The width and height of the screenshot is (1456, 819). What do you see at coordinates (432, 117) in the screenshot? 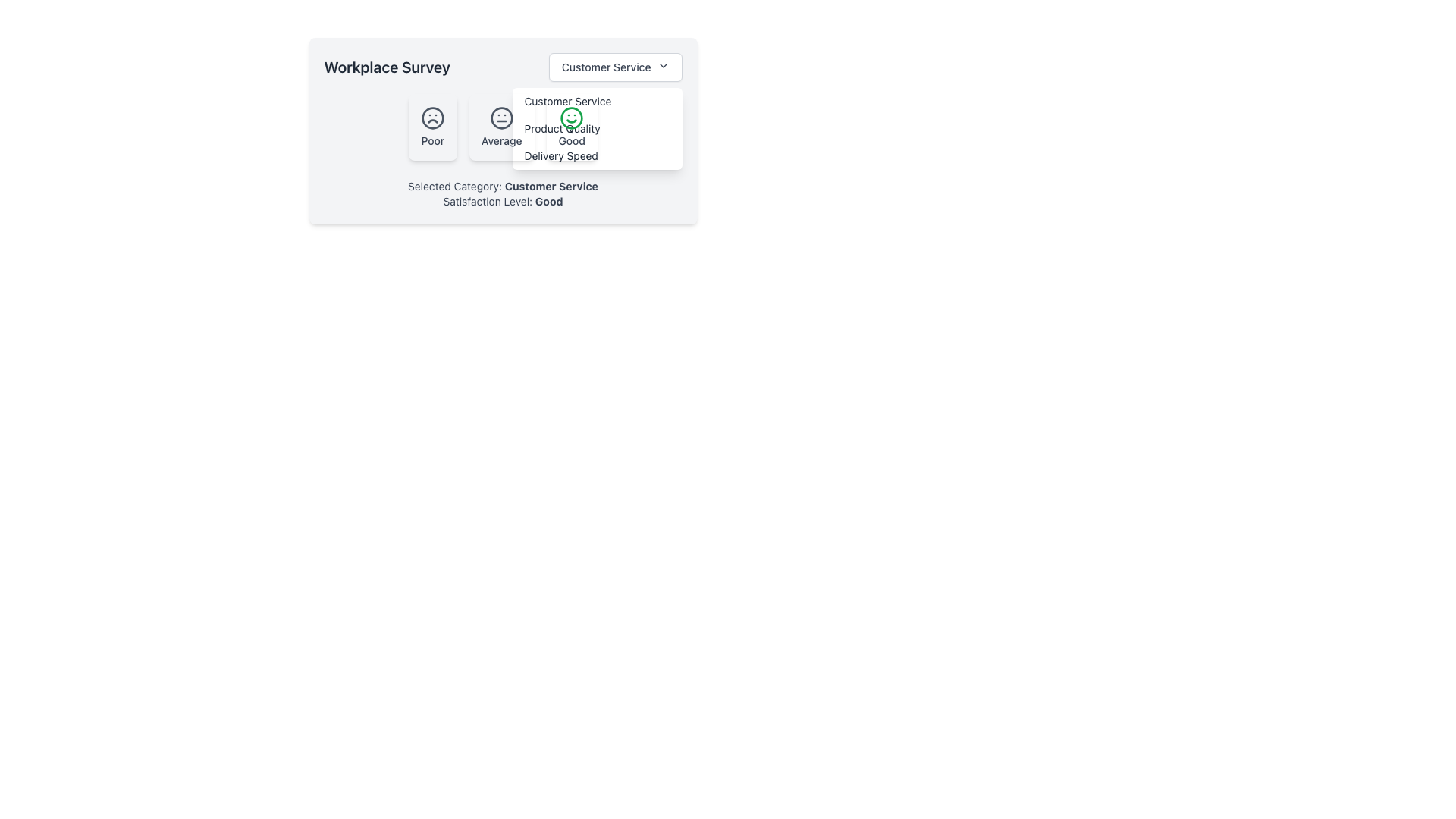
I see `the 'Poor' rating icon in the satisfaction survey` at bounding box center [432, 117].